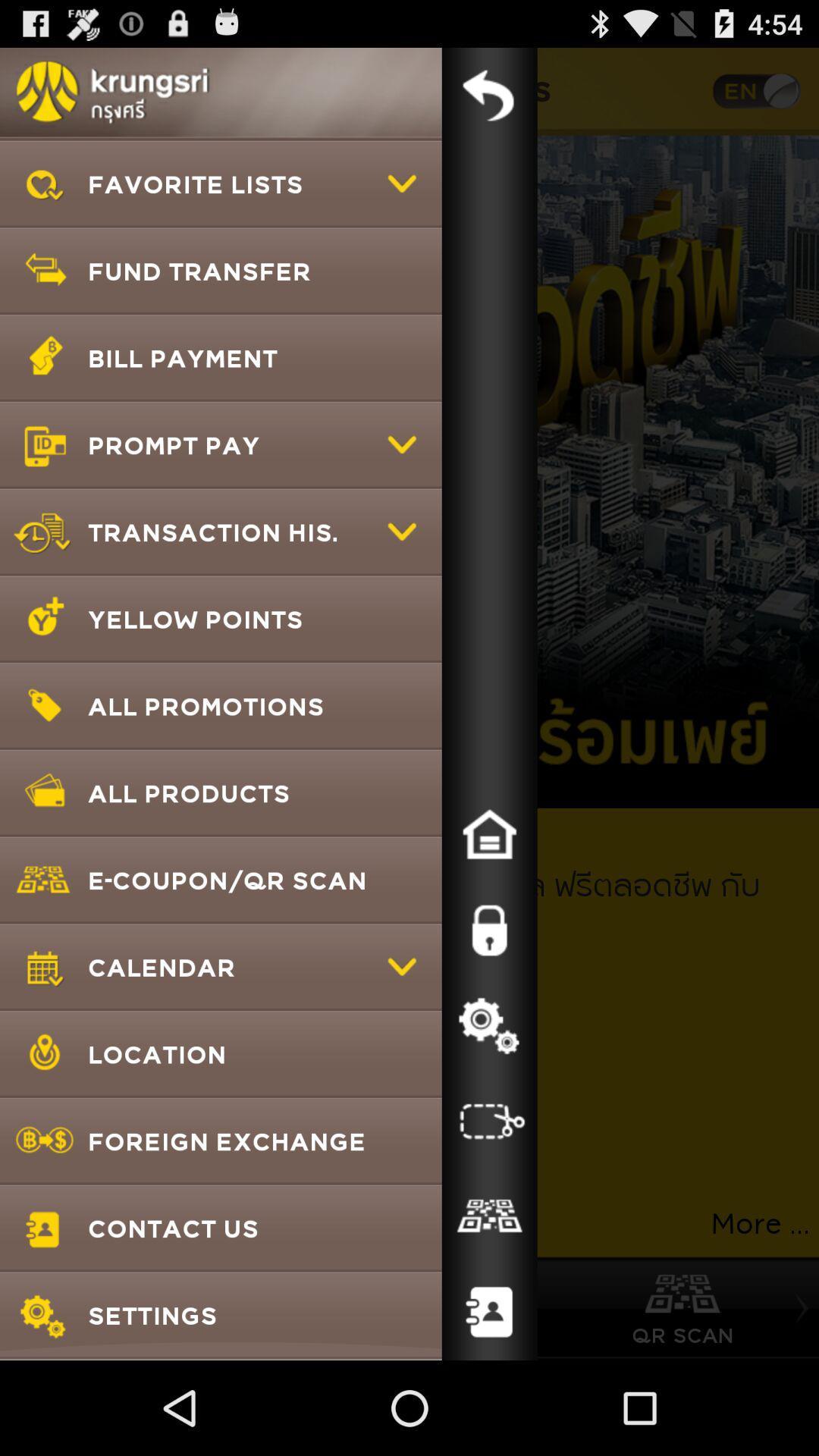 Image resolution: width=819 pixels, height=1456 pixels. I want to click on item next to foreign exchange item, so click(489, 1216).